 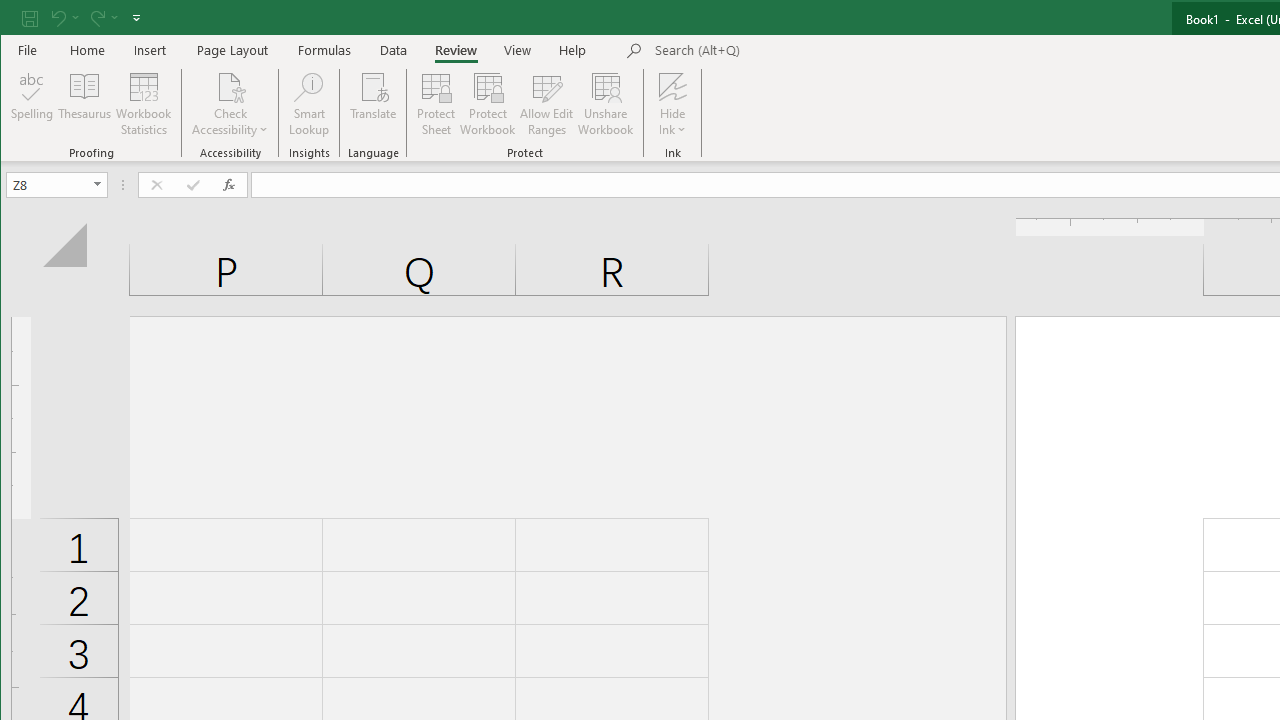 What do you see at coordinates (488, 104) in the screenshot?
I see `'Protect Workbook...'` at bounding box center [488, 104].